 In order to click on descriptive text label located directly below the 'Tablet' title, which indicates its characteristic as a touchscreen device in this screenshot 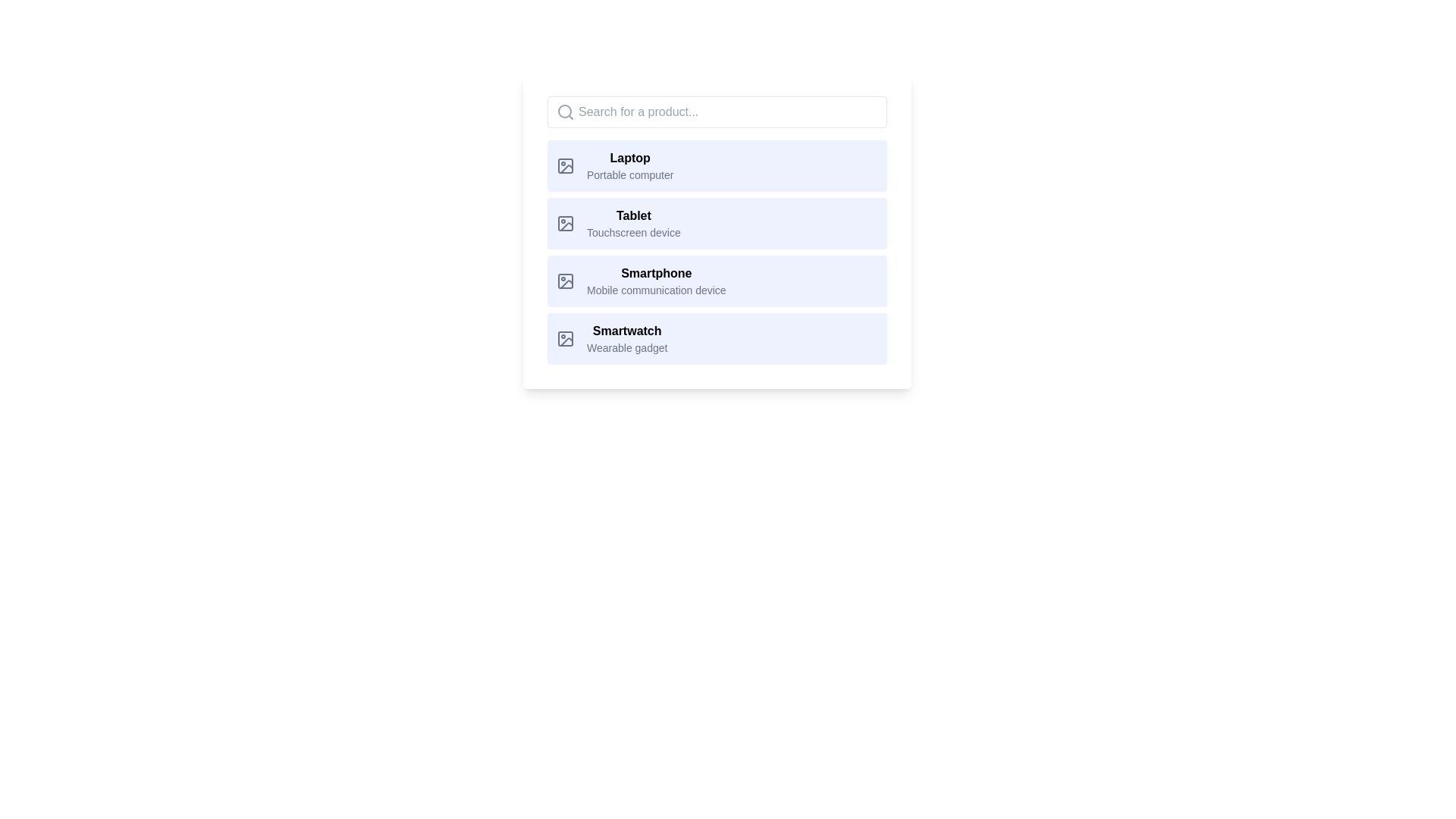, I will do `click(633, 233)`.